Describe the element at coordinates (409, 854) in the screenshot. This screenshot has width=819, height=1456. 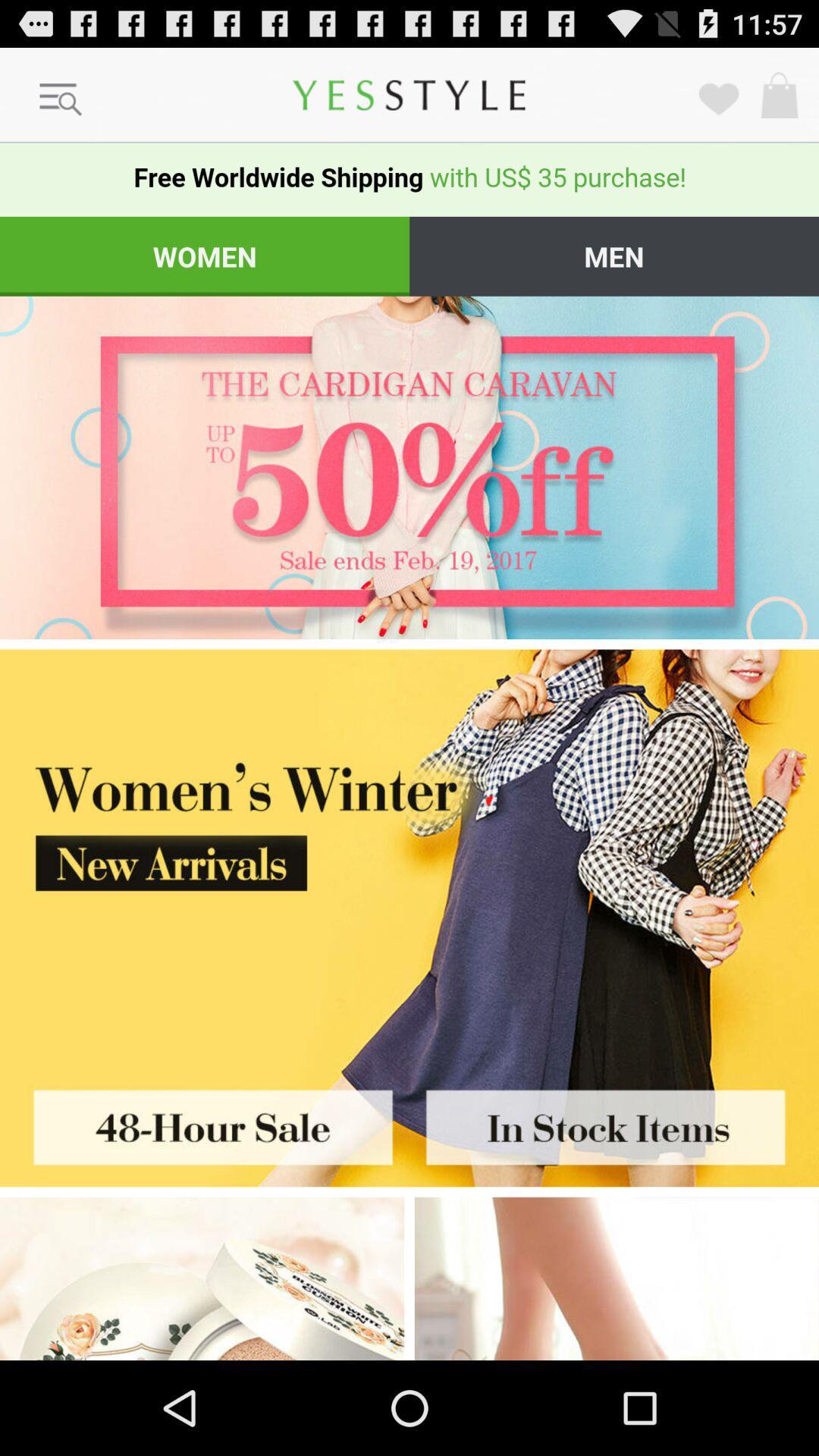
I see `open new arrivals` at that location.